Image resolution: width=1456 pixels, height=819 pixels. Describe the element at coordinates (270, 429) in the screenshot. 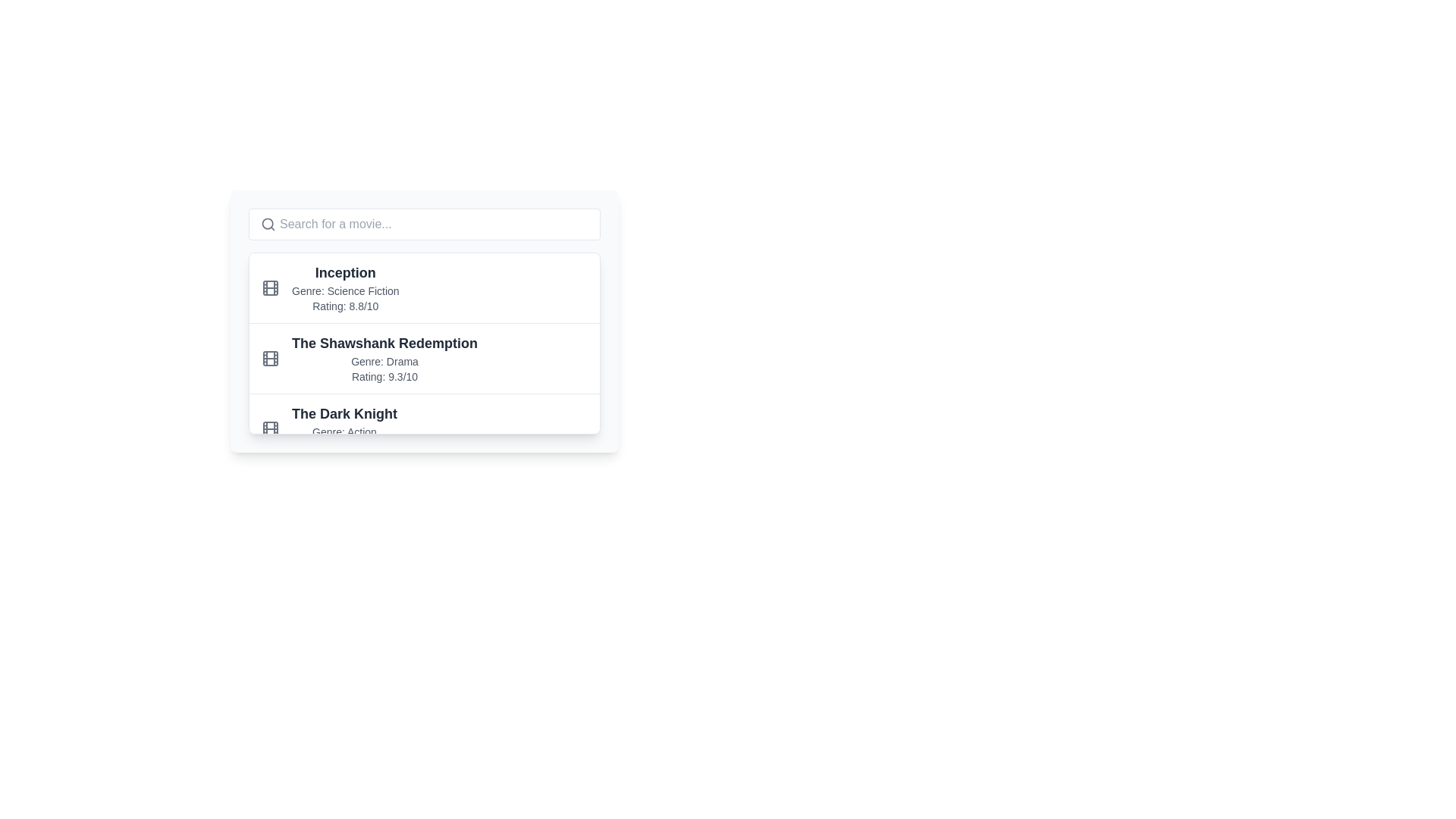

I see `the small gray rectangular component with rounded corners located inside the film reel icon, which is to the left of the movie title 'The Dark Knight'` at that location.